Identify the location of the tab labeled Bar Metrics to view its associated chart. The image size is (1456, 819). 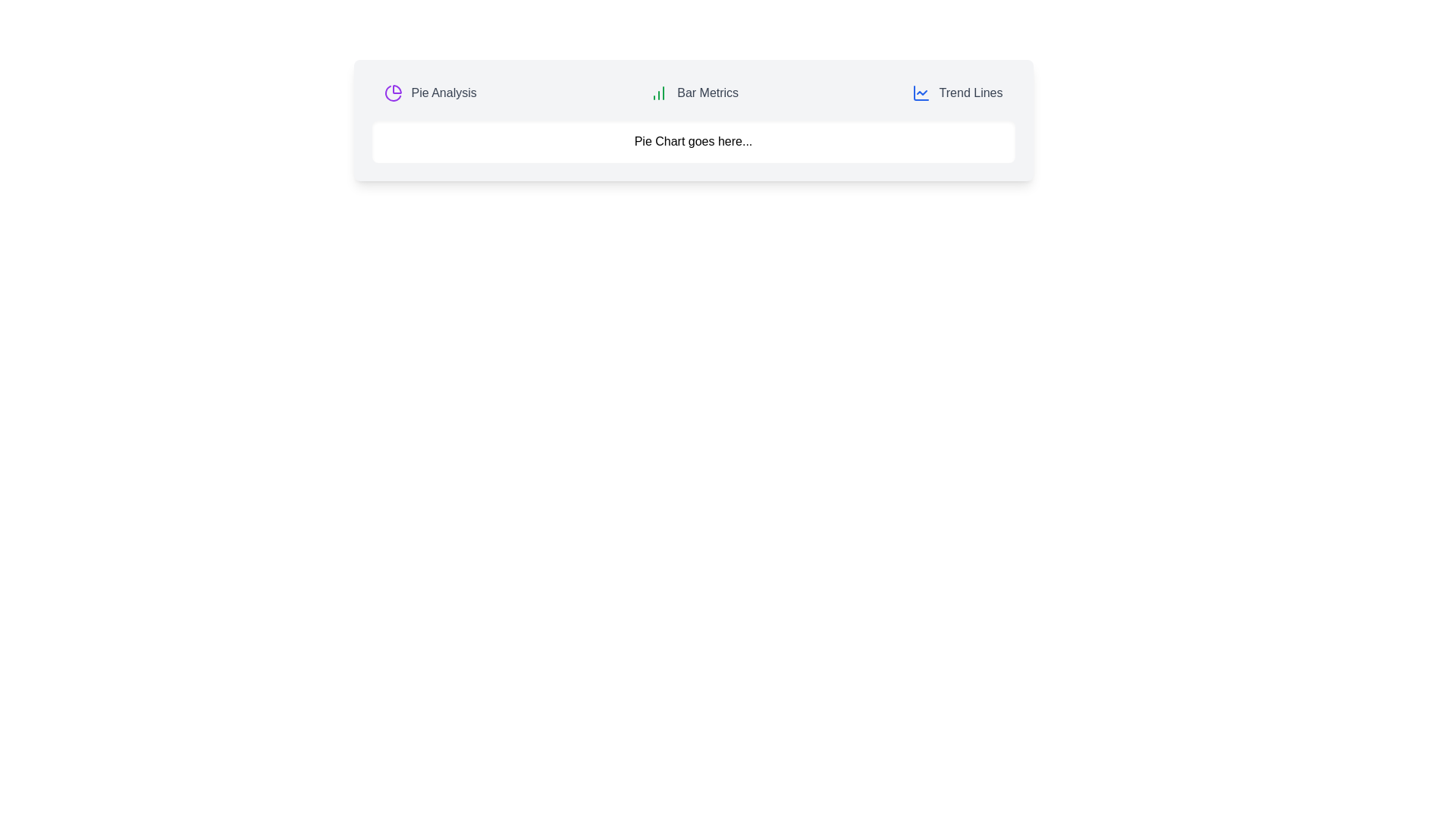
(693, 93).